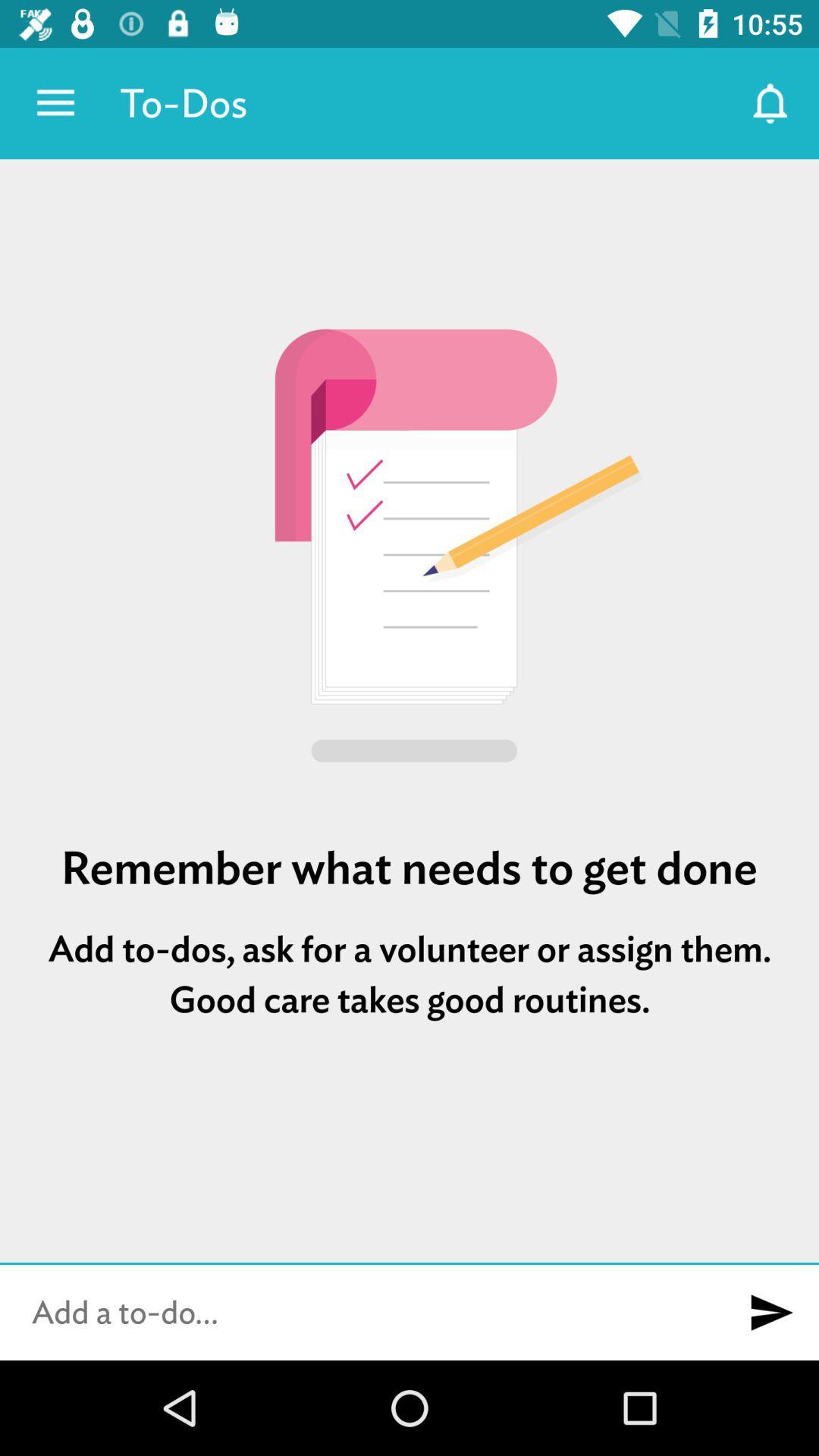 The height and width of the screenshot is (1456, 819). I want to click on the item to the right of to-dos icon, so click(771, 102).